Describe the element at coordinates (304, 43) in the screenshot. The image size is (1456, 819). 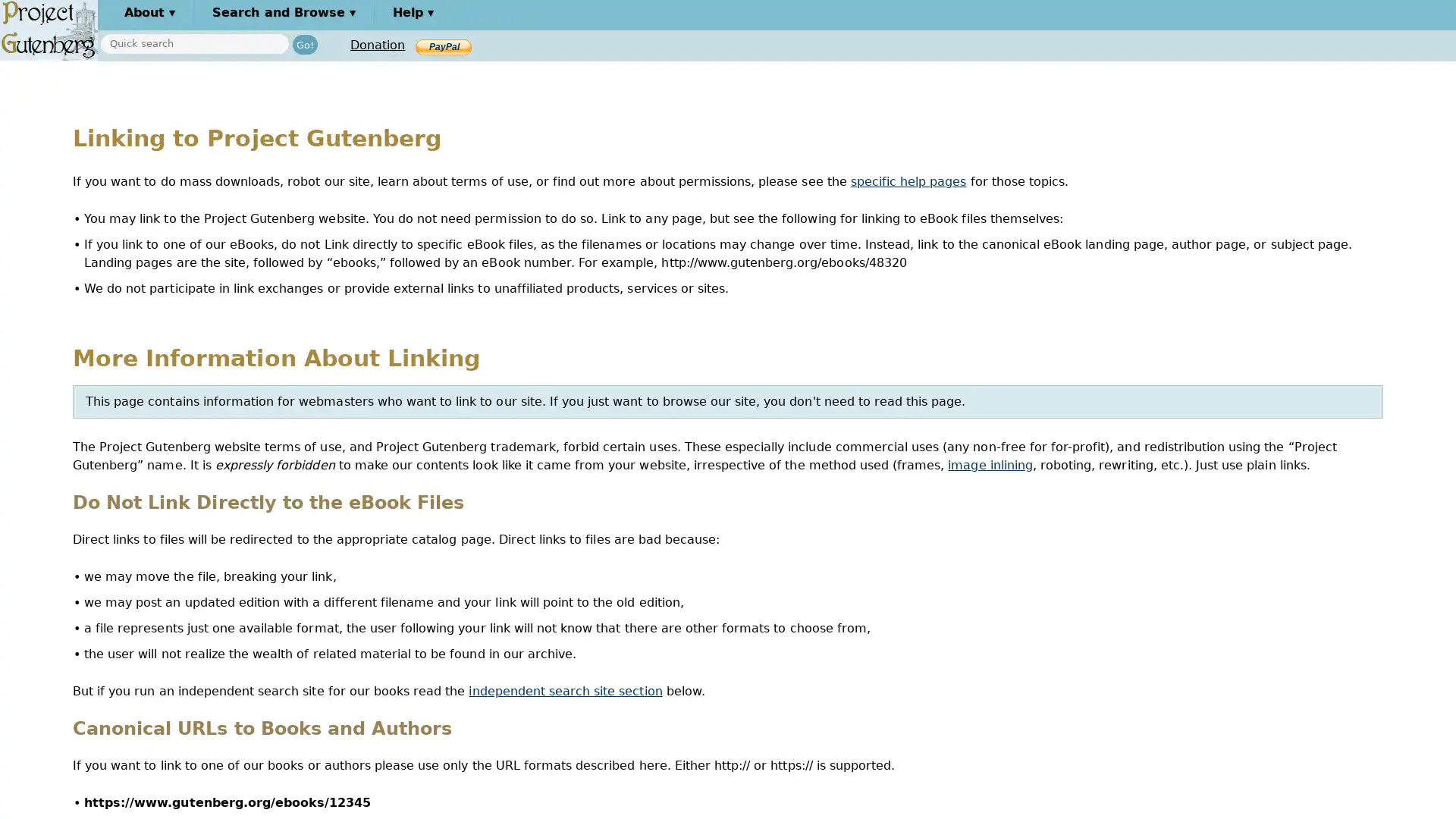
I see `Go!` at that location.